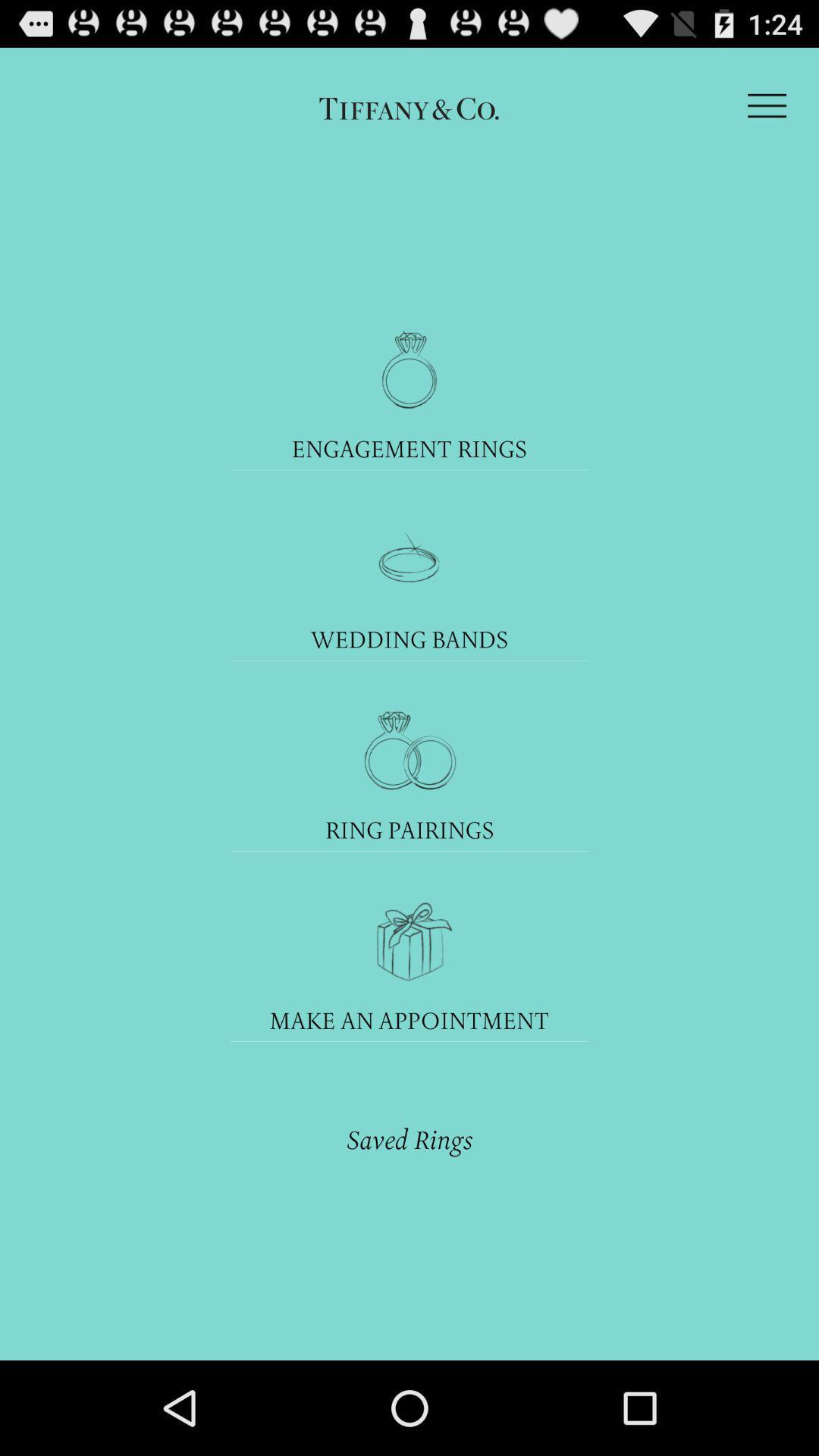 The width and height of the screenshot is (819, 1456). What do you see at coordinates (409, 447) in the screenshot?
I see `the engagement rings icon` at bounding box center [409, 447].